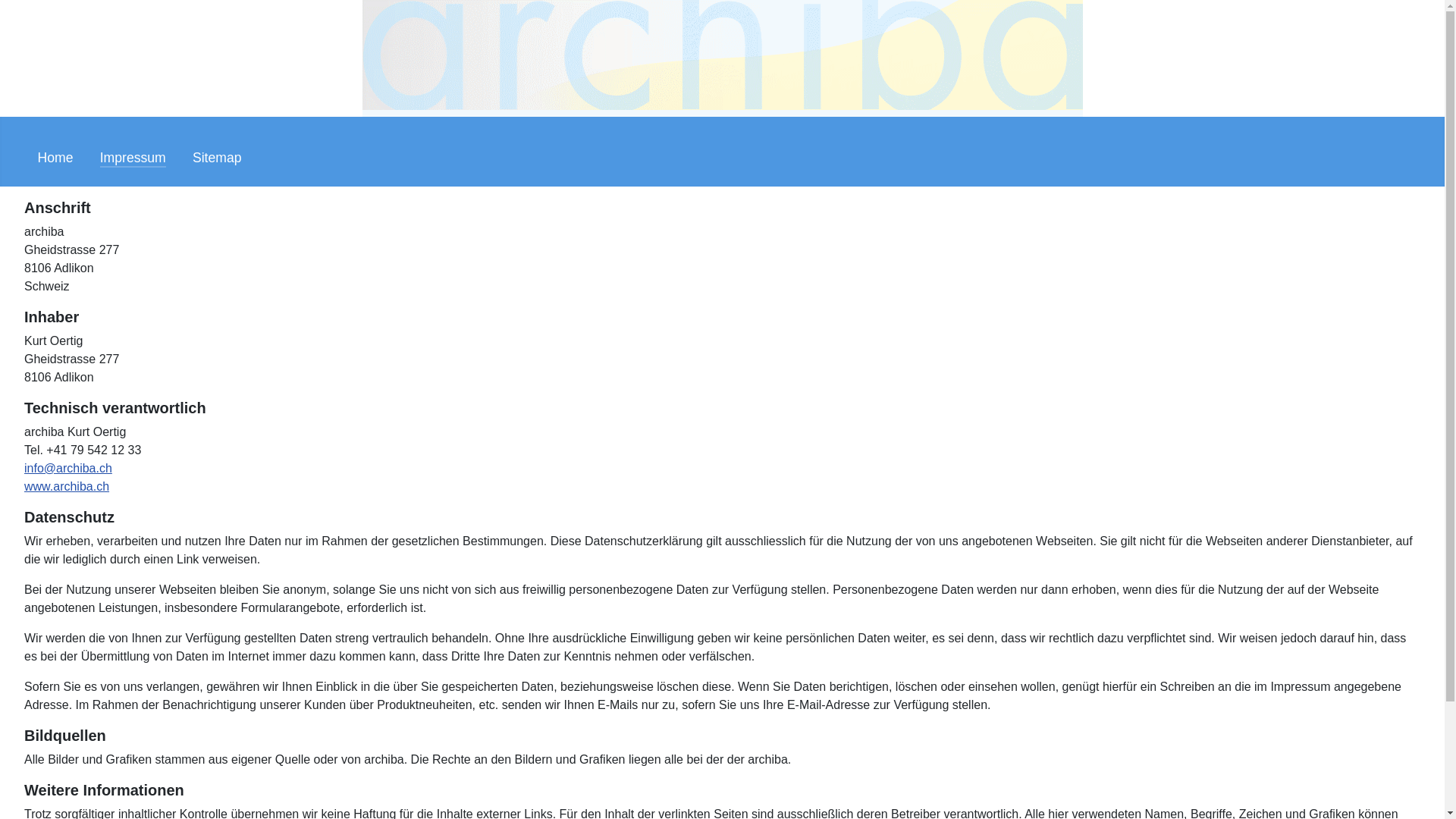  I want to click on 'info@archiba.ch', so click(67, 467).